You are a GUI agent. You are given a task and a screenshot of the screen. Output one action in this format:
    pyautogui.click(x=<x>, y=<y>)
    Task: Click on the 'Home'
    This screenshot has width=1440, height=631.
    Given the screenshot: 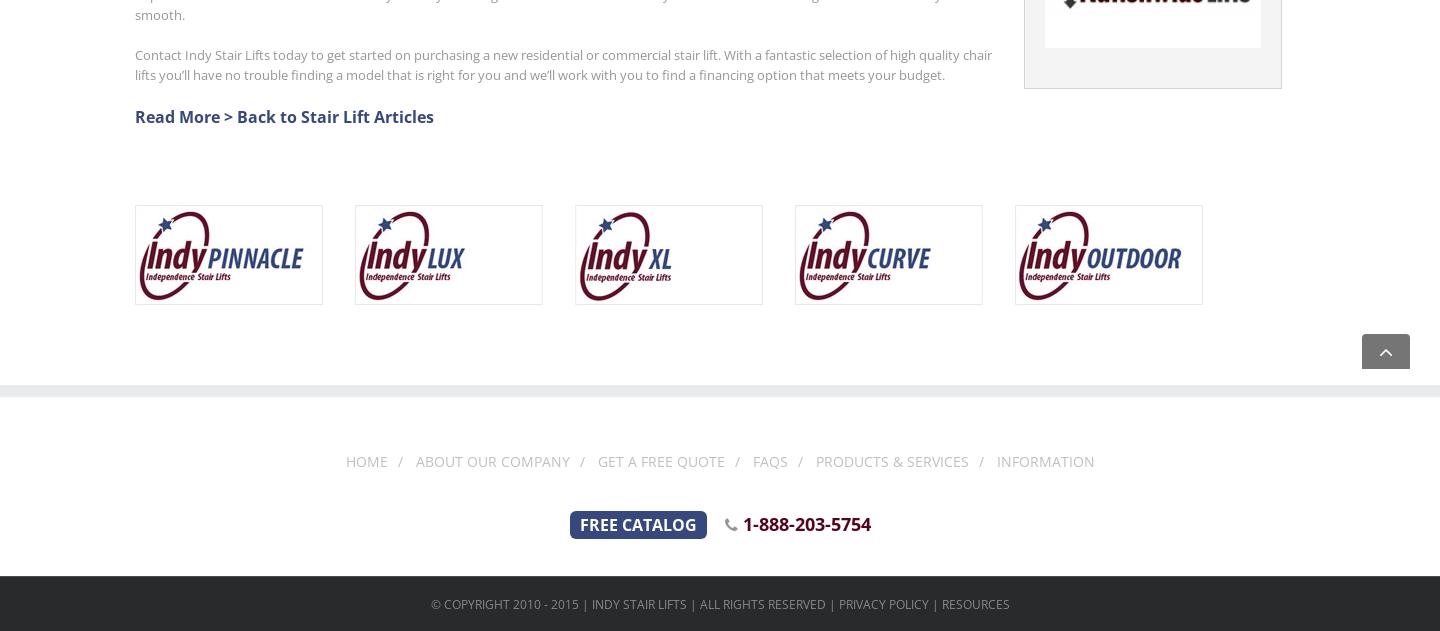 What is the action you would take?
    pyautogui.click(x=345, y=461)
    